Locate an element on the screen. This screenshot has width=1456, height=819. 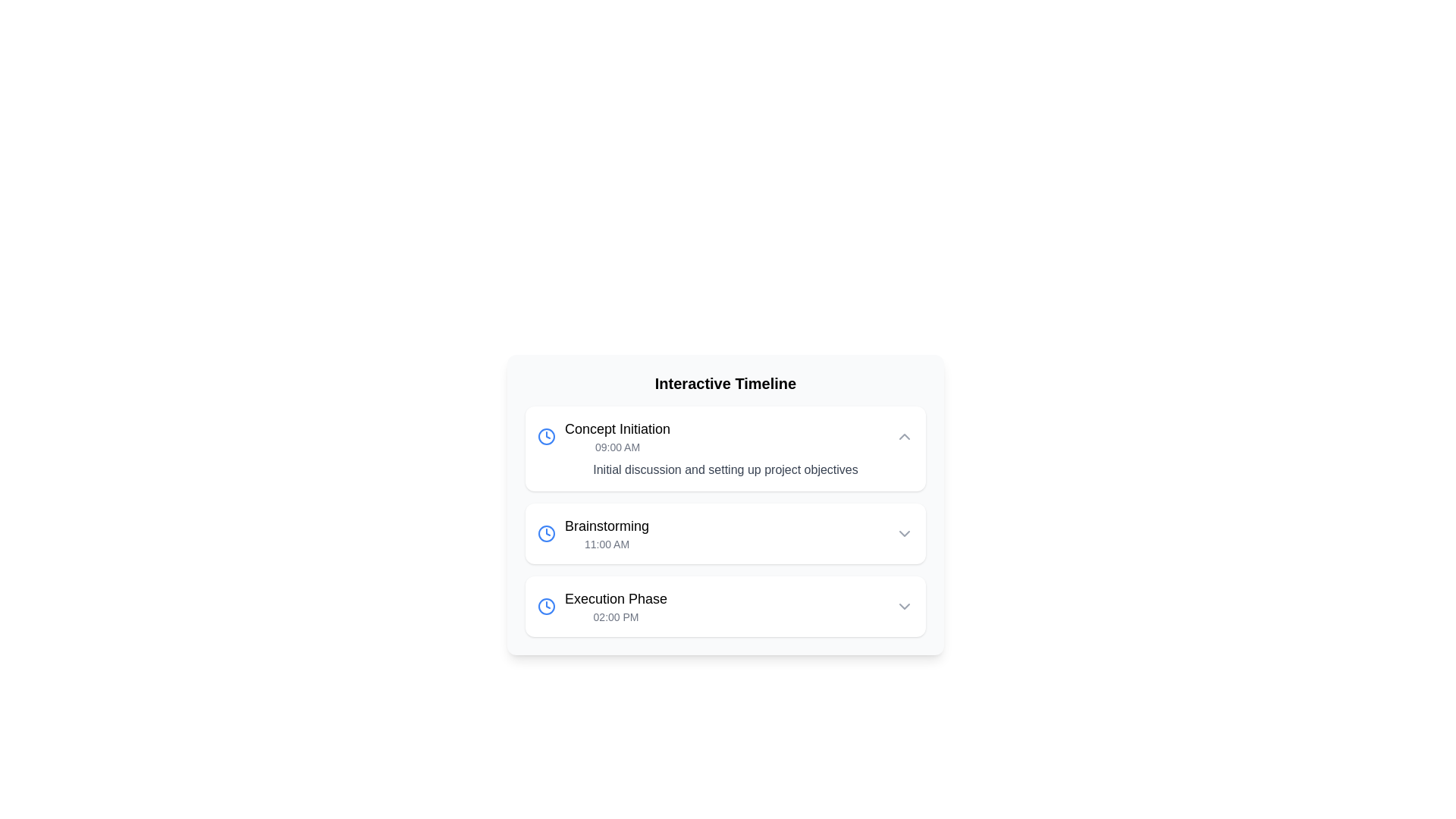
the decorative circle element within the clock icon that denotes time-related functionality, located next to the 'Concept Initiation' timeline entry is located at coordinates (546, 533).